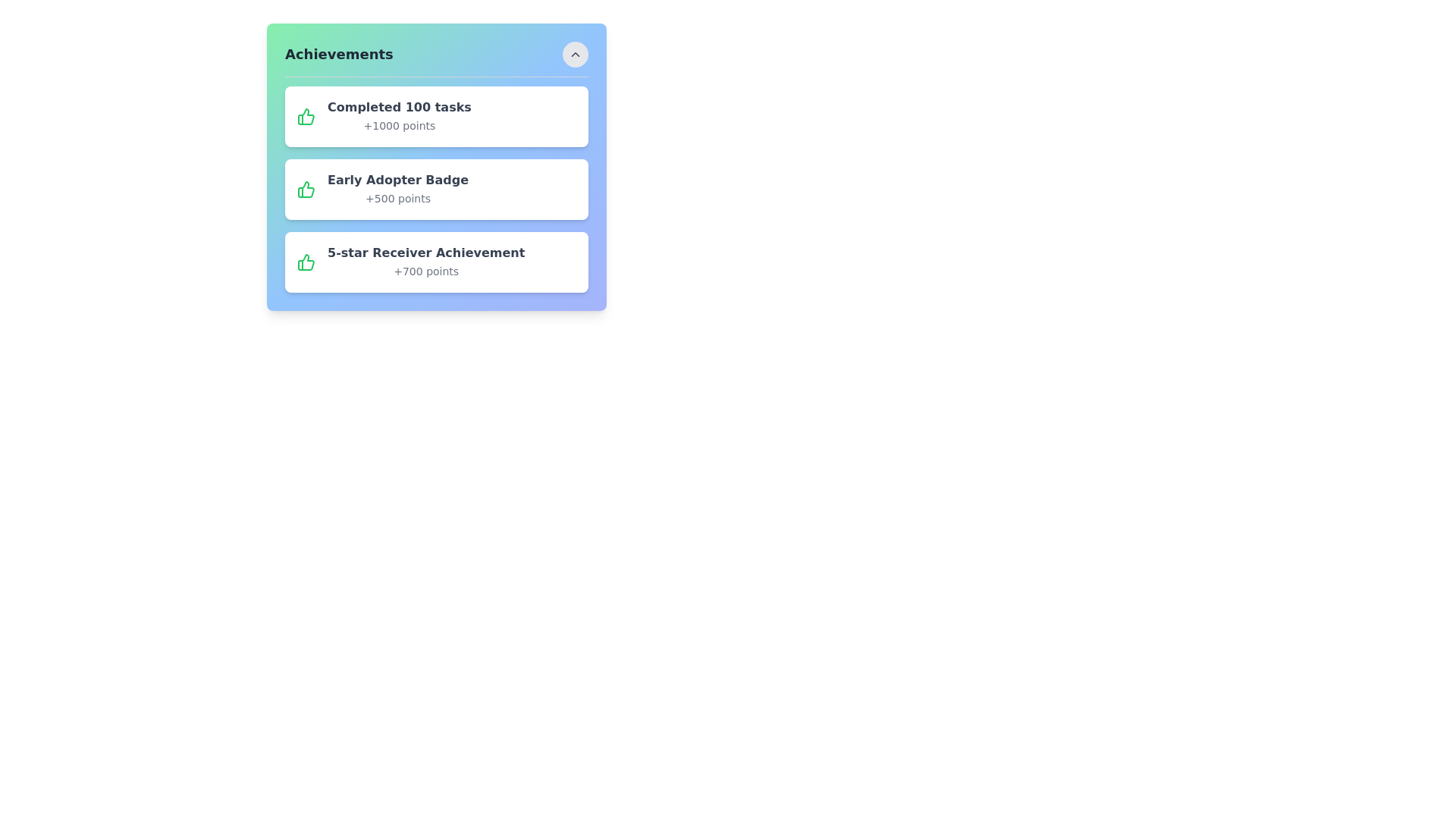 This screenshot has width=1456, height=819. What do you see at coordinates (338, 54) in the screenshot?
I see `the 'Achievements' header text, which is styled in bold and large dark gray font against a light and colorful gradient background` at bounding box center [338, 54].